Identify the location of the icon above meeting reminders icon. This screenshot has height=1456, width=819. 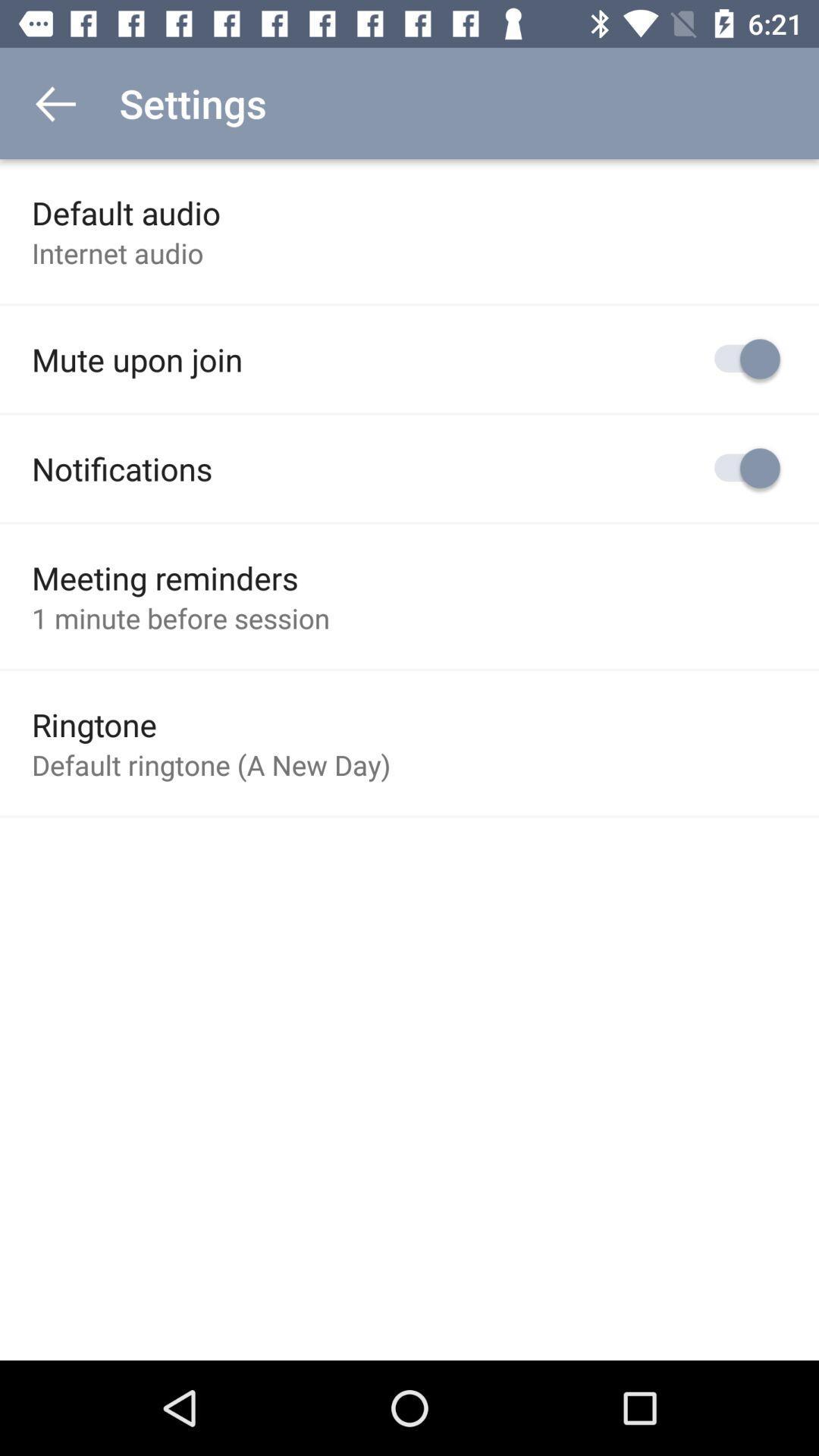
(121, 468).